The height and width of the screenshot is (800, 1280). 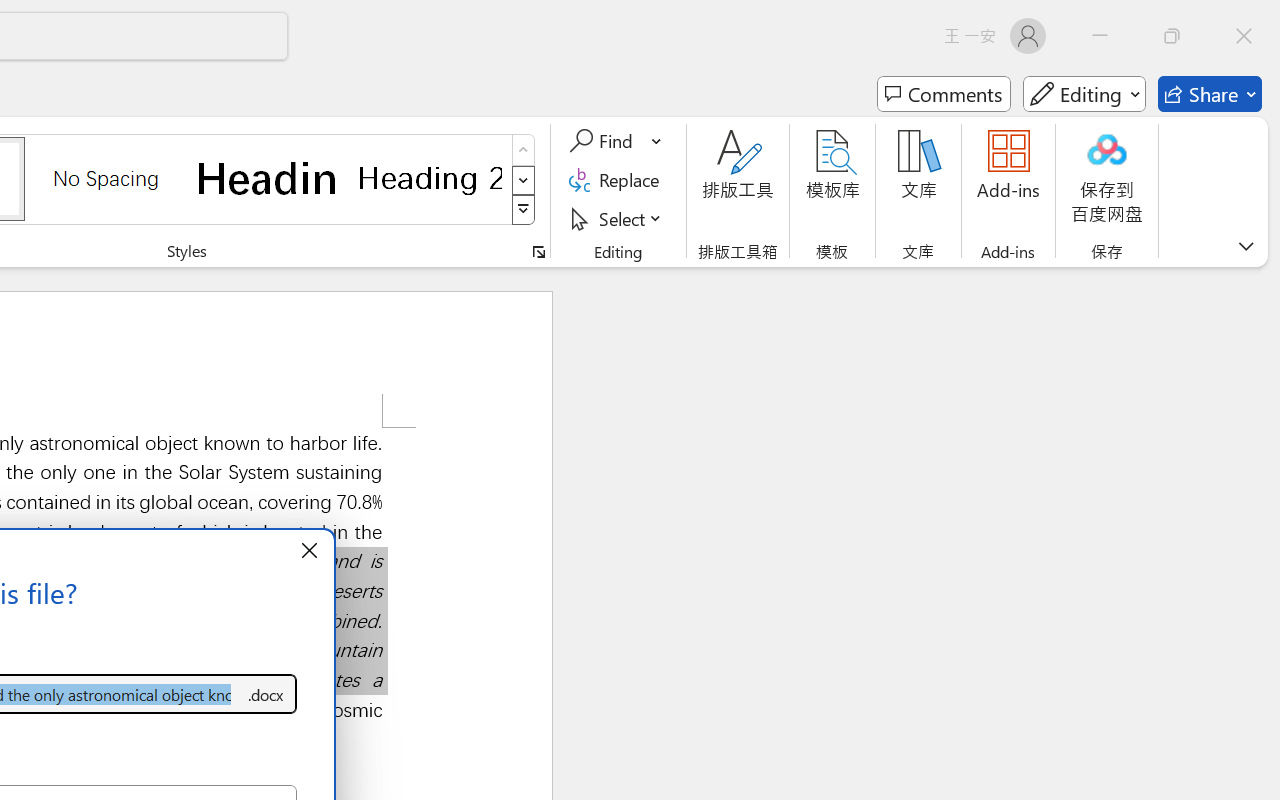 I want to click on 'Heading 1', so click(x=267, y=177).